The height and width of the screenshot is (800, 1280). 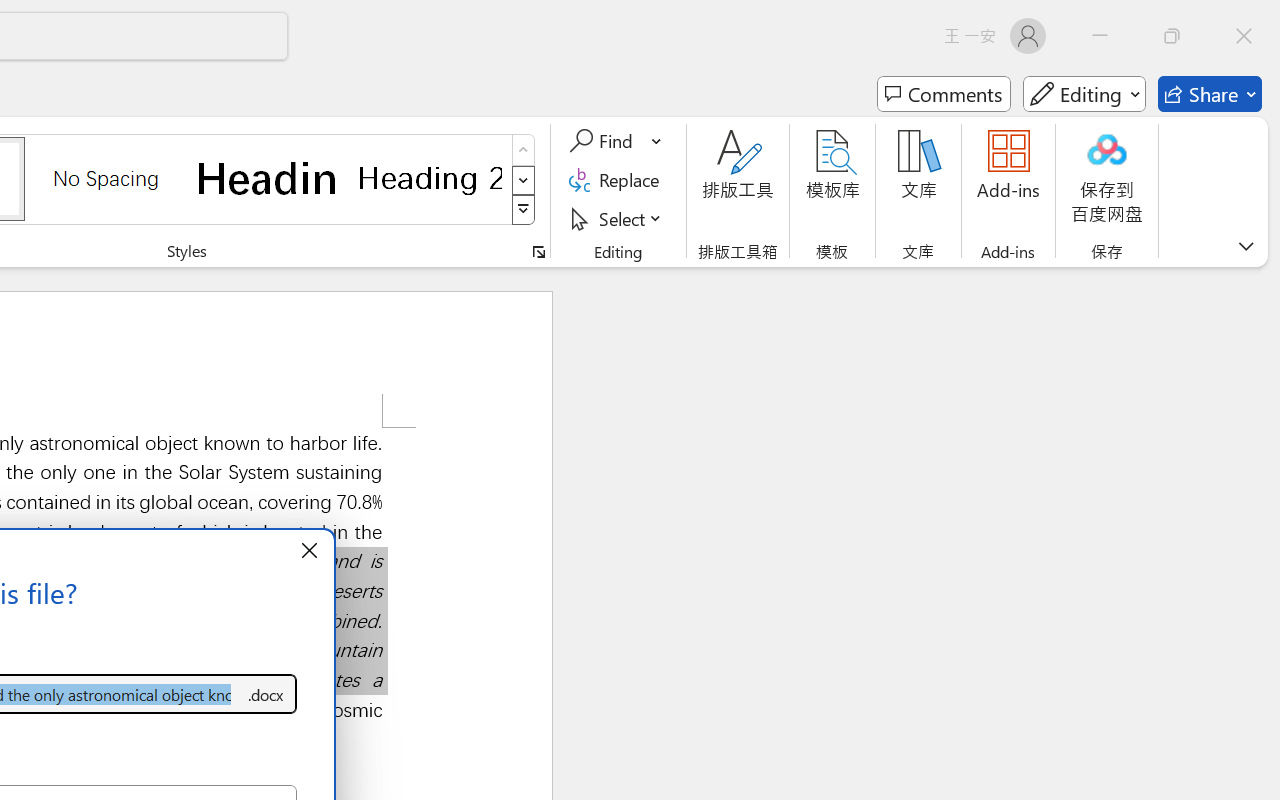 I want to click on 'Heading 1', so click(x=267, y=177).